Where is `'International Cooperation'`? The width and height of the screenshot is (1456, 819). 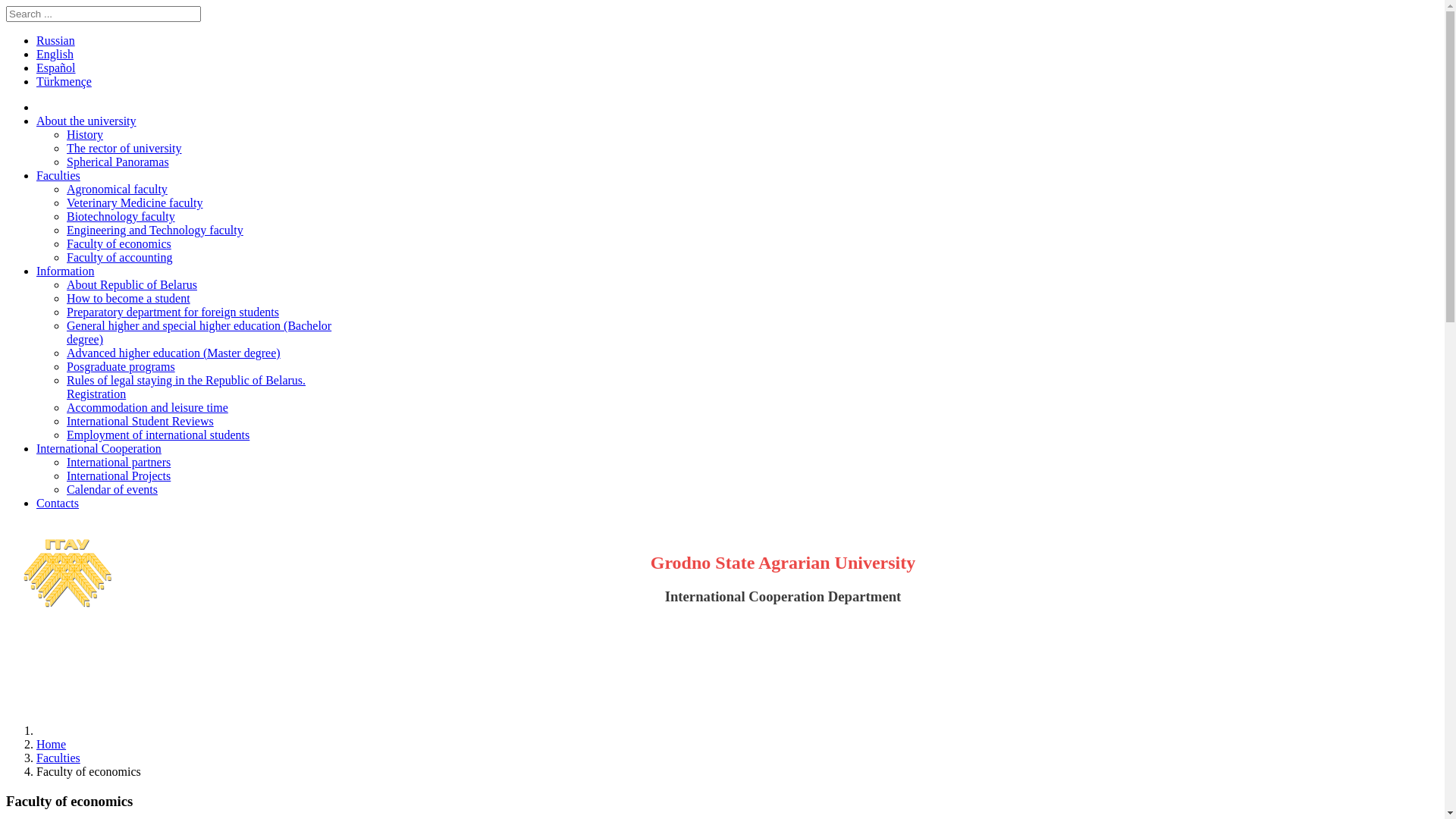
'International Cooperation' is located at coordinates (98, 447).